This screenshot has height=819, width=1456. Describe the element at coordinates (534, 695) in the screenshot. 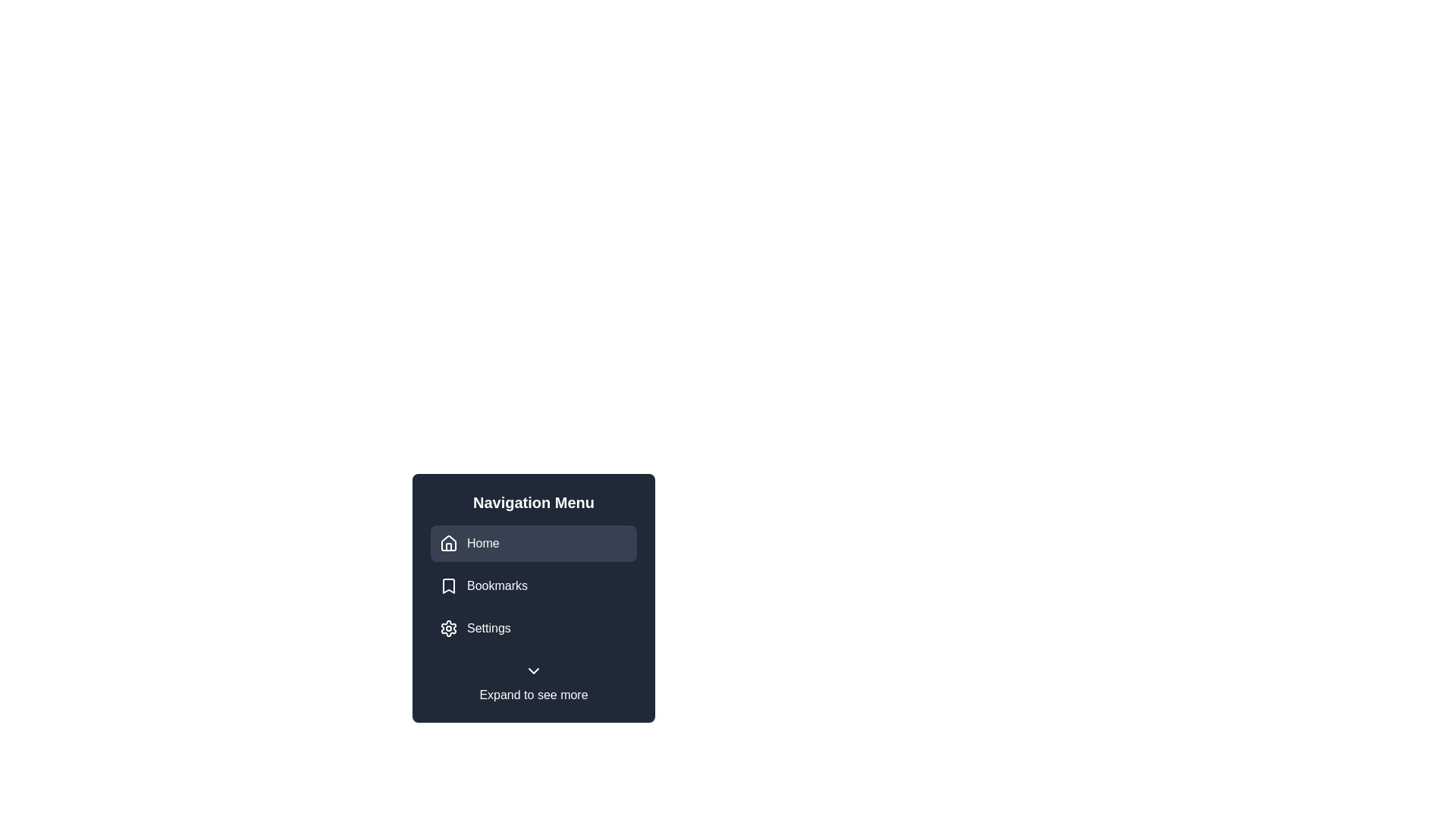

I see `the static text label displaying 'Expand` at that location.